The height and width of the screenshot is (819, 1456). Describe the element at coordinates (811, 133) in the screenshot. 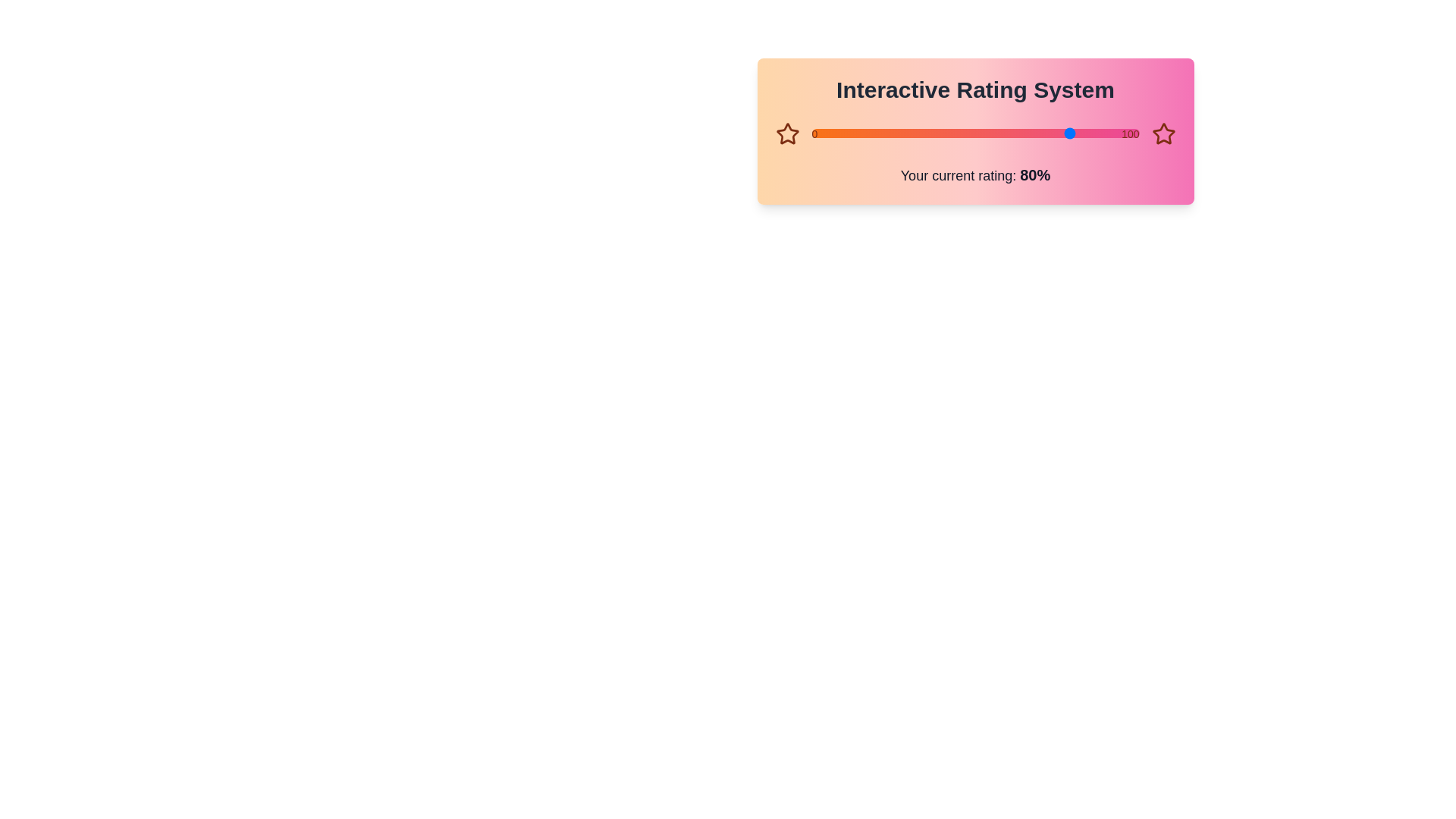

I see `the slider to set the rating to 31%` at that location.